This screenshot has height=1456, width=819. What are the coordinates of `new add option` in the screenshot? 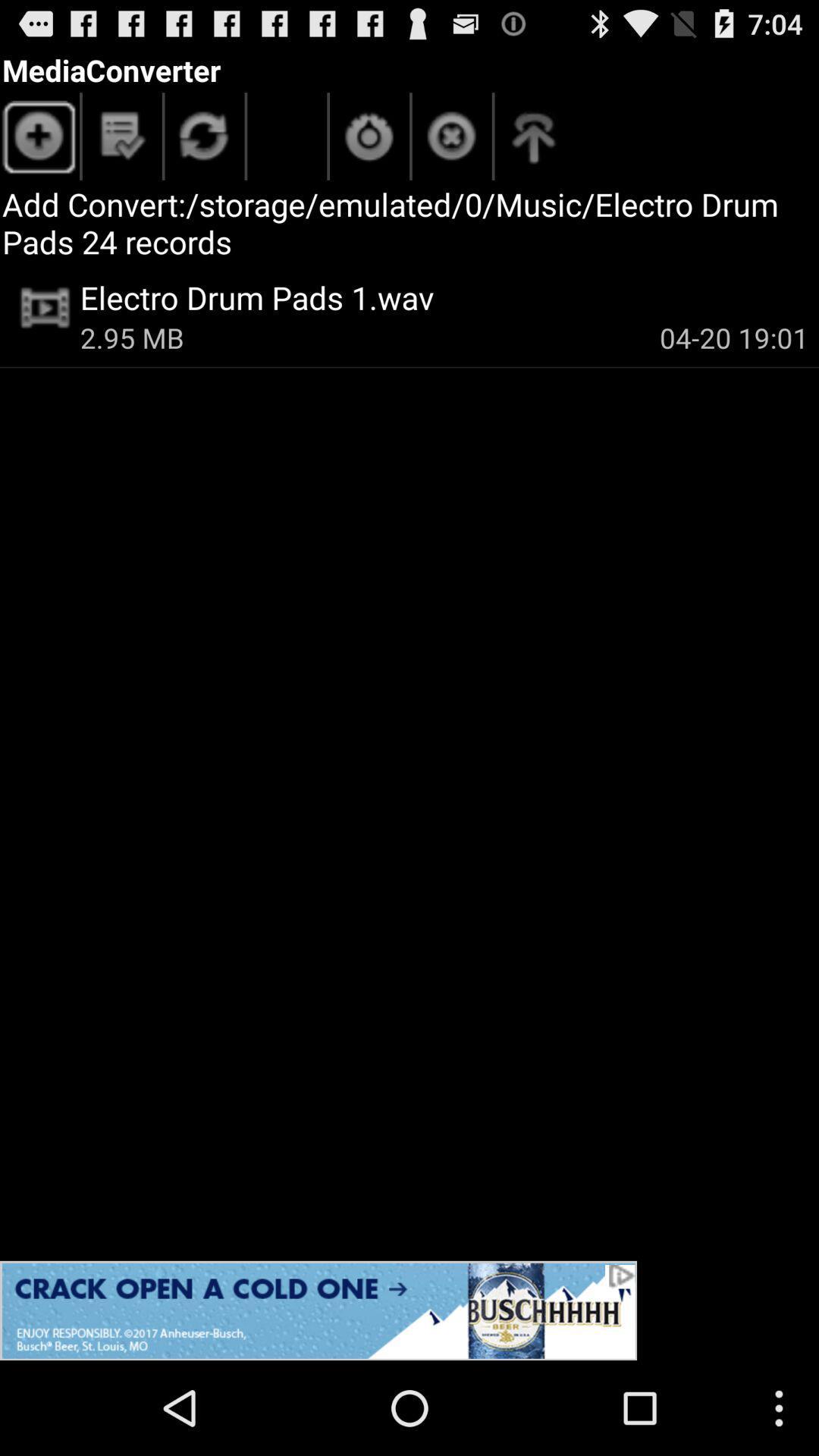 It's located at (39, 140).